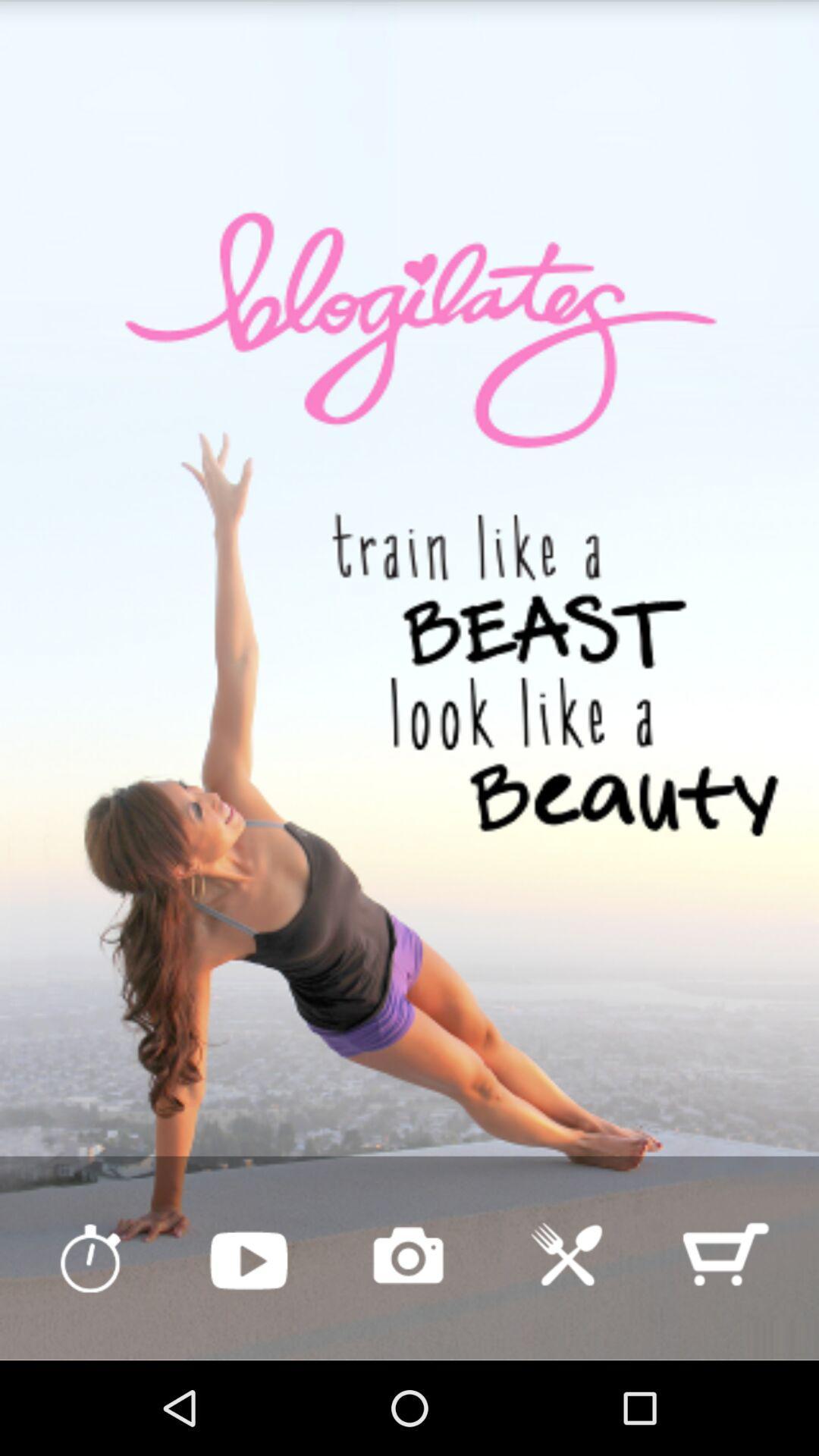 This screenshot has height=1456, width=819. Describe the element at coordinates (407, 1347) in the screenshot. I see `the photo icon` at that location.